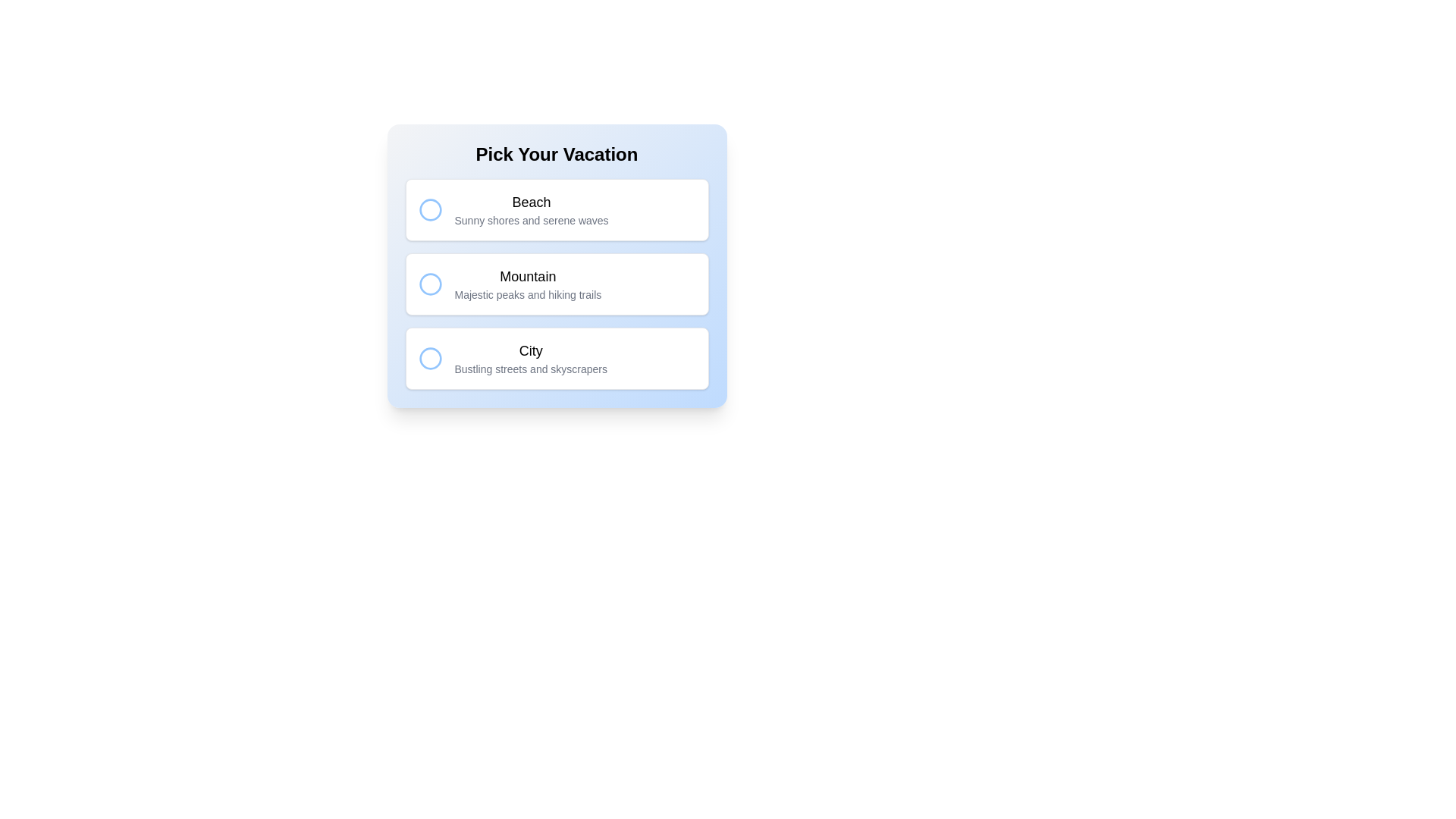 The height and width of the screenshot is (819, 1456). I want to click on the title text of the second option labeled 'Mountain' in the selection card, which is located above the description 'Majestic peaks and hiking trails', so click(528, 277).